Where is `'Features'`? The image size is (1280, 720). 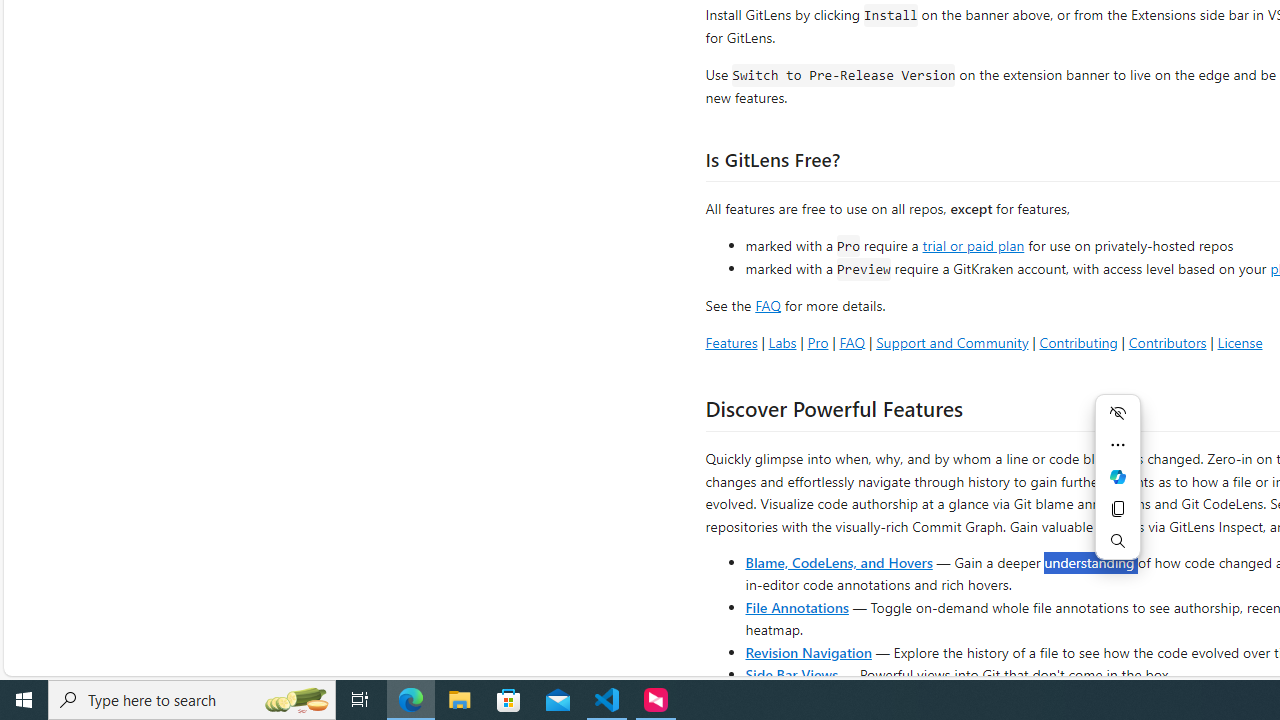
'Features' is located at coordinates (730, 341).